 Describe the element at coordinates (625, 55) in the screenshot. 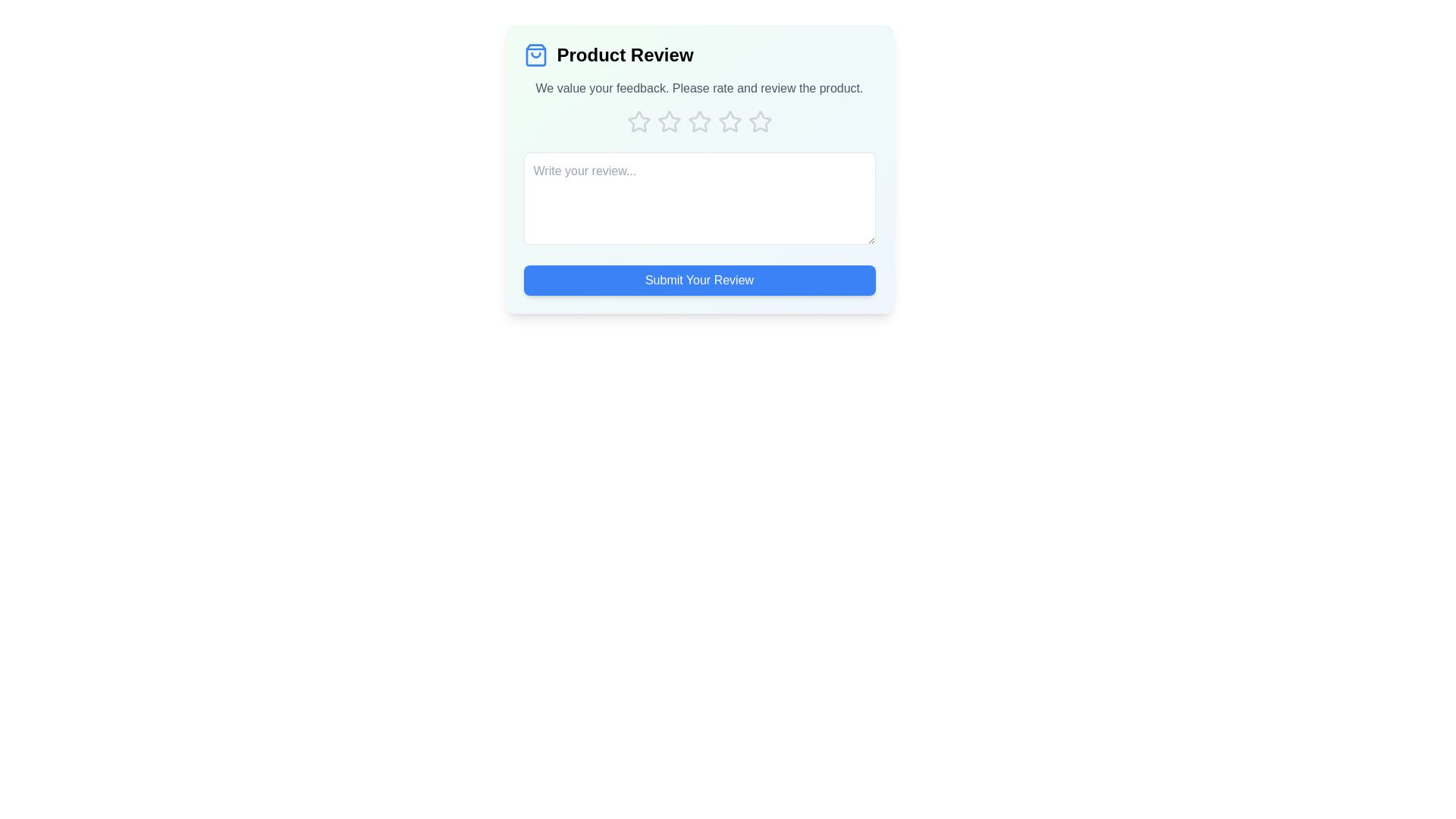

I see `the static text element that serves as a heading for the product review section, located centrally at the top of the review section card` at that location.